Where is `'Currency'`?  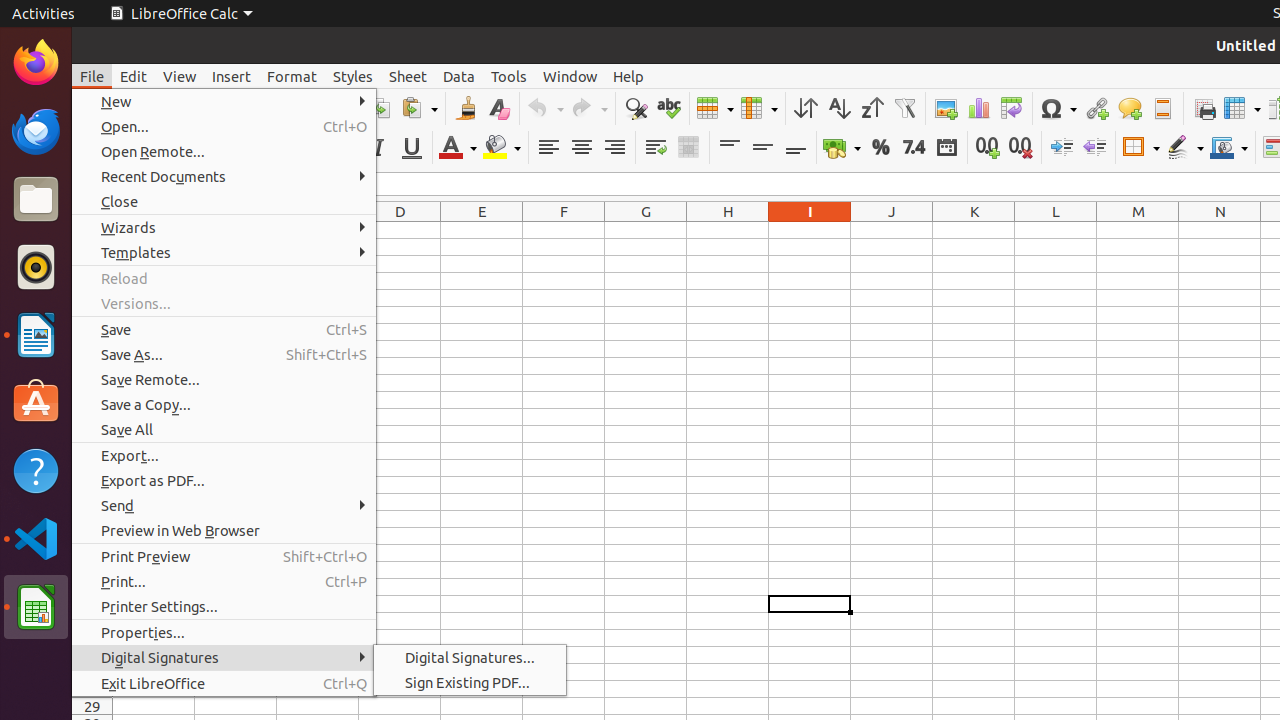 'Currency' is located at coordinates (841, 146).